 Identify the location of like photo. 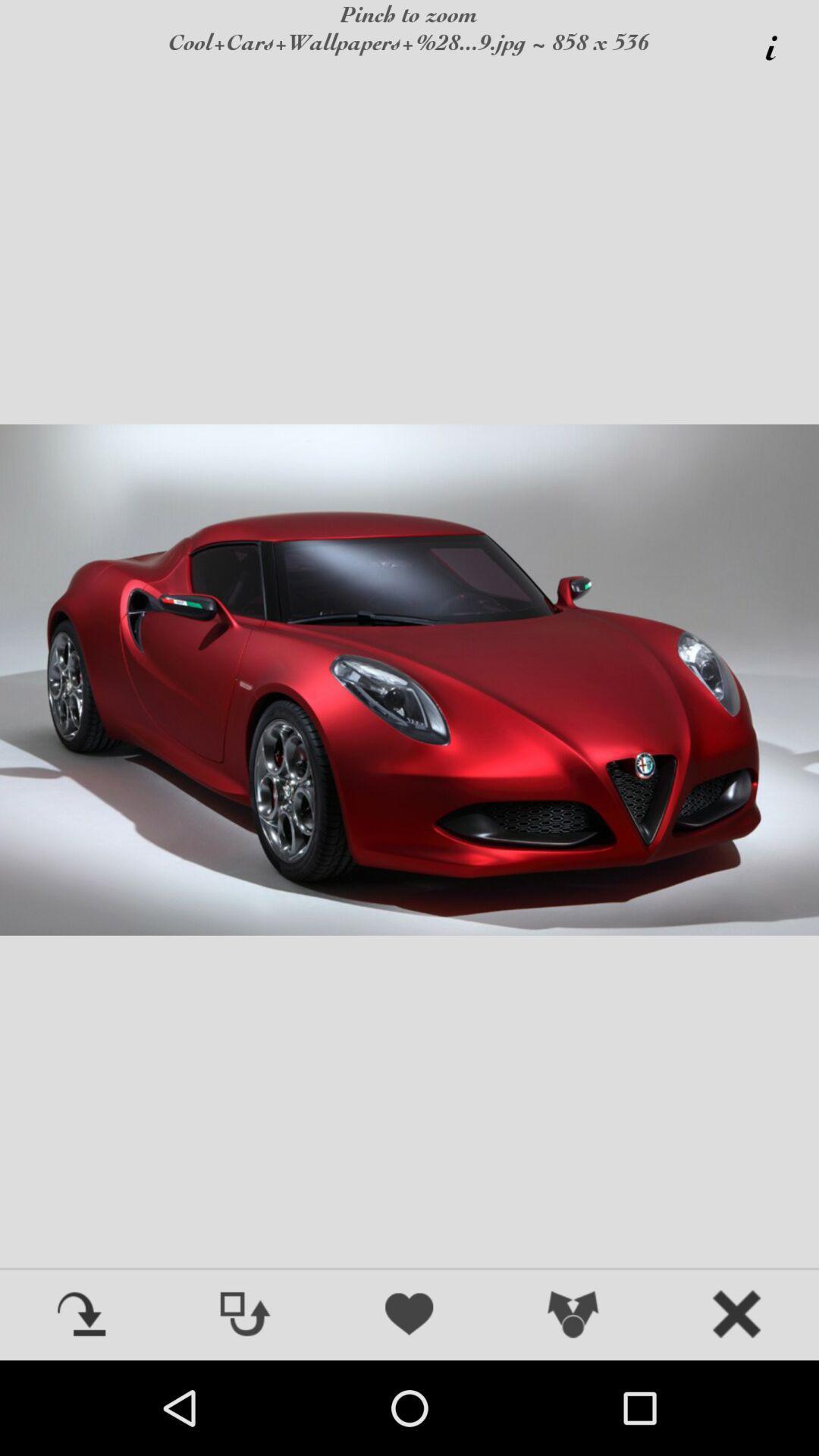
(409, 1315).